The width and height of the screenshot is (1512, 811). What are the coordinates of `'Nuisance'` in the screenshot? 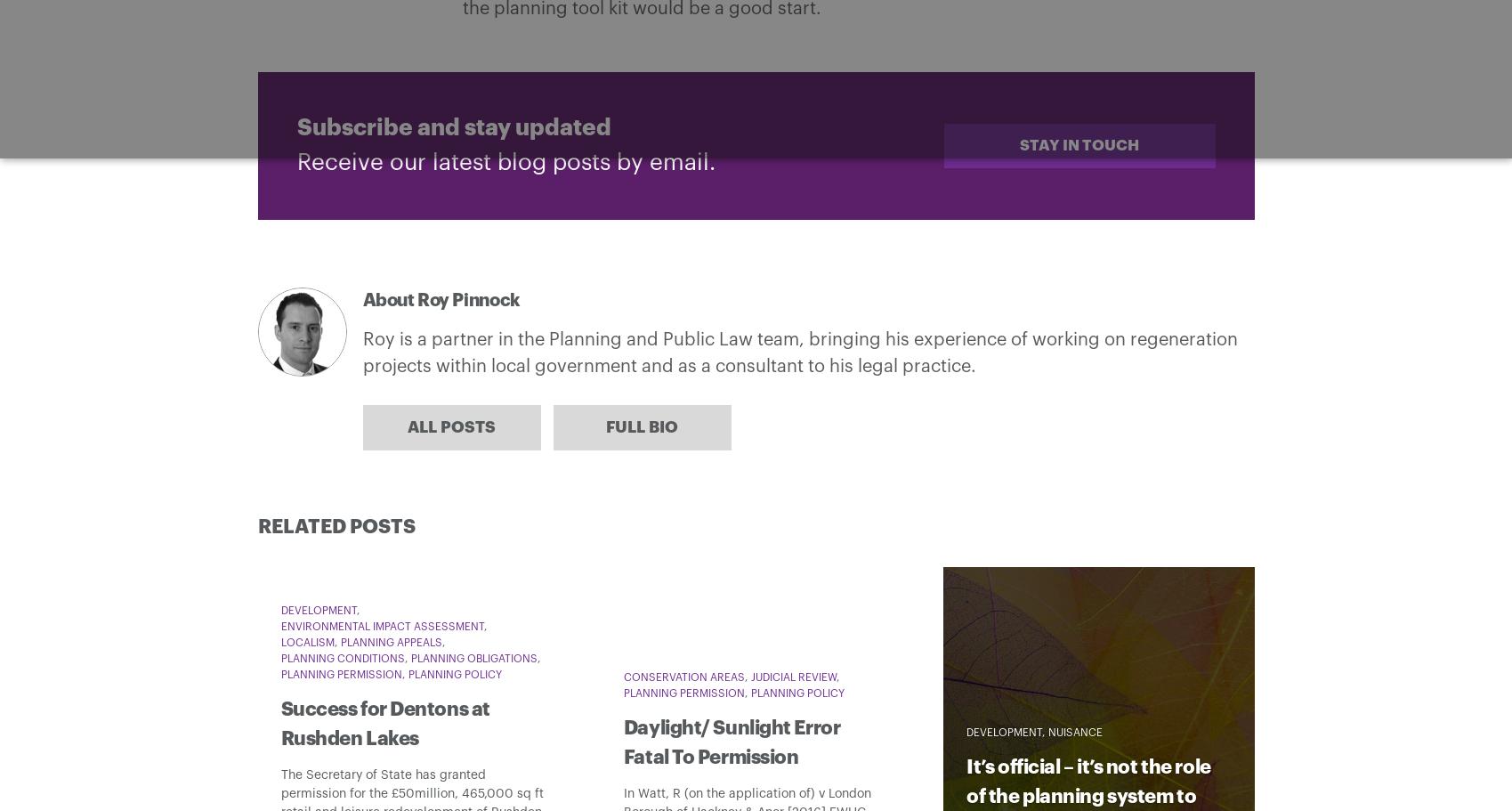 It's located at (1075, 731).